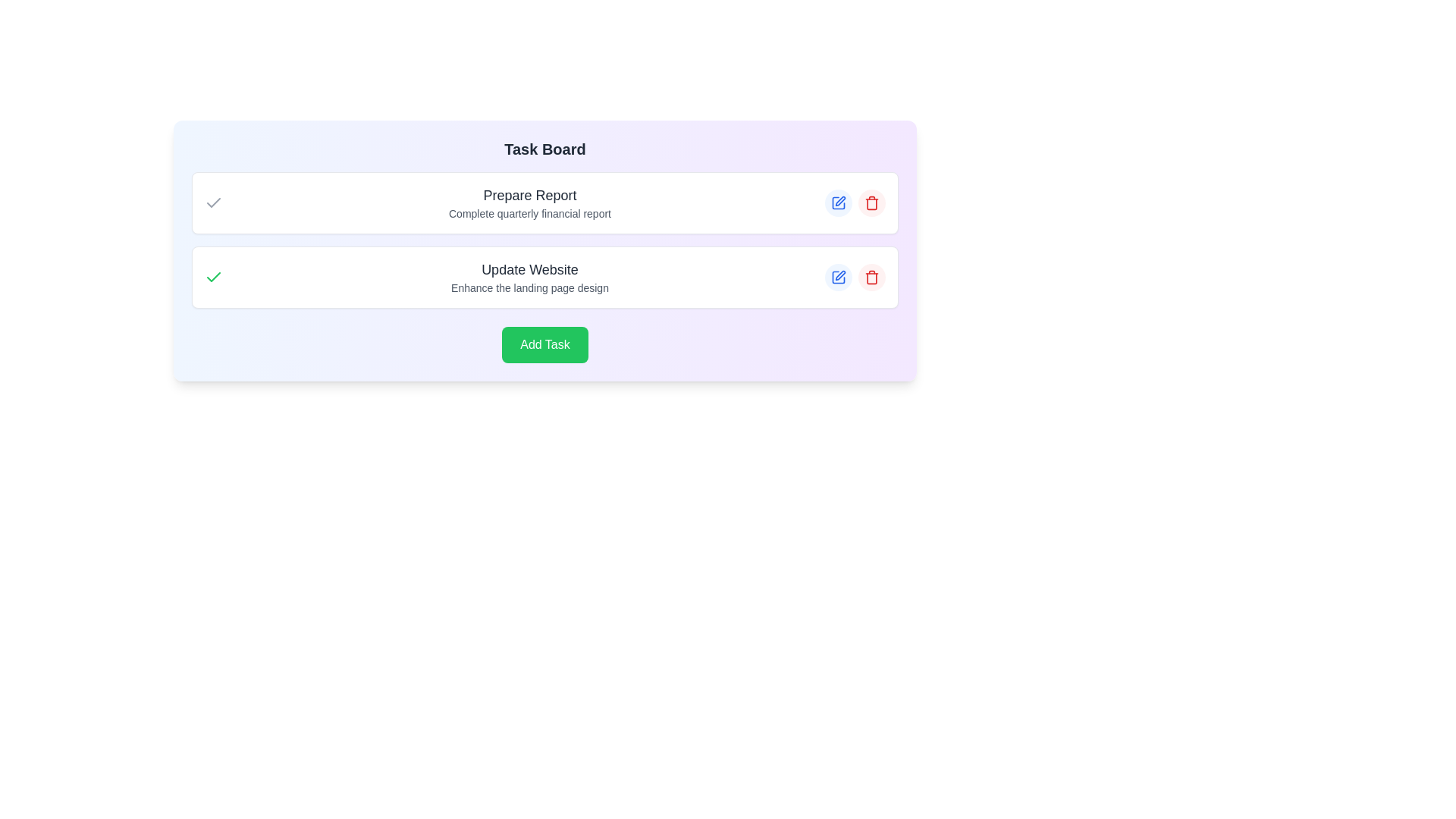 This screenshot has width=1456, height=819. I want to click on on the text block displaying the title and description of the task 'Update Website' located in the second task card of the task board, so click(530, 278).